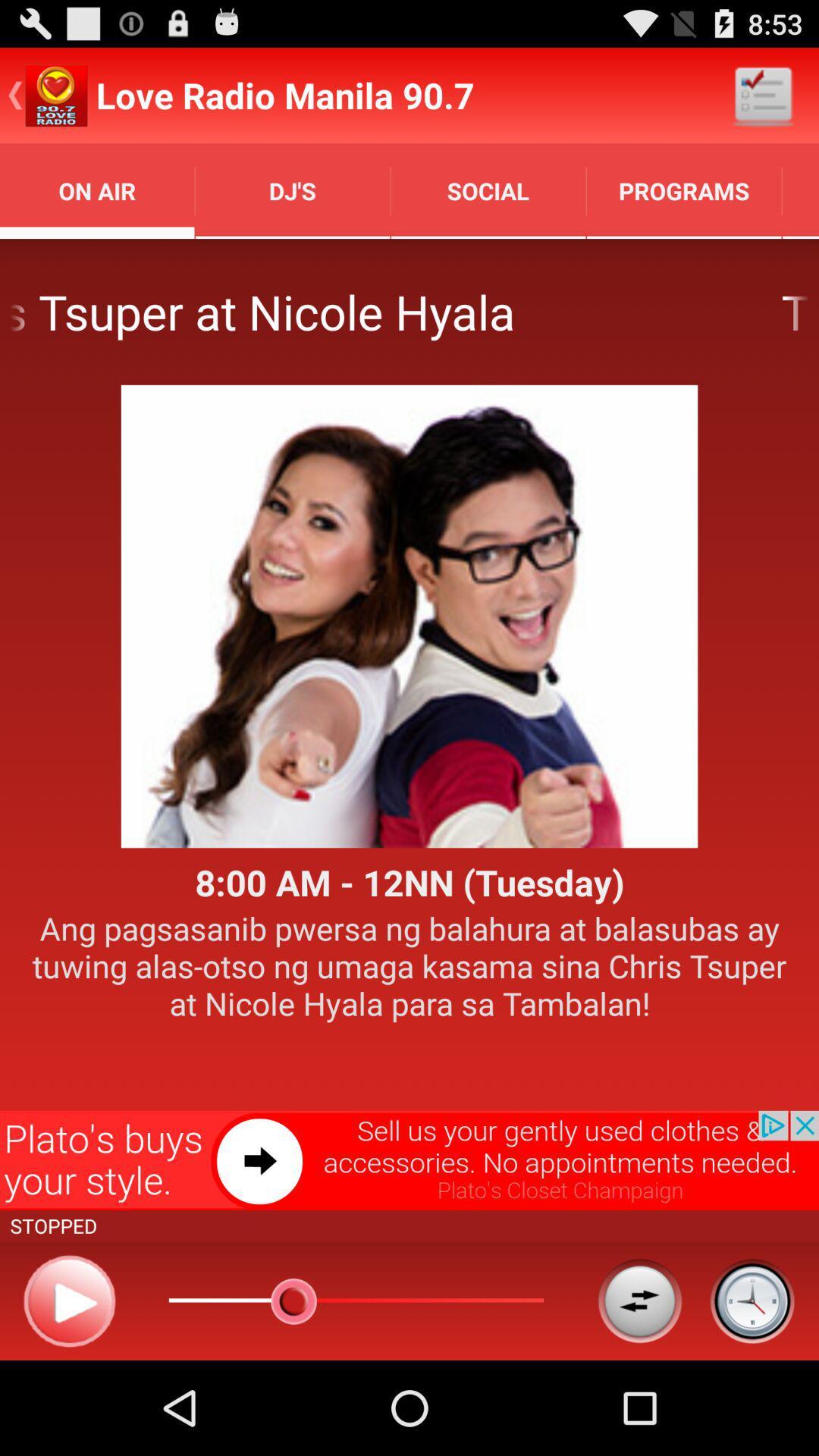 The height and width of the screenshot is (1456, 819). What do you see at coordinates (409, 1159) in the screenshot?
I see `icon below the ang pagsasanib pwersa item` at bounding box center [409, 1159].